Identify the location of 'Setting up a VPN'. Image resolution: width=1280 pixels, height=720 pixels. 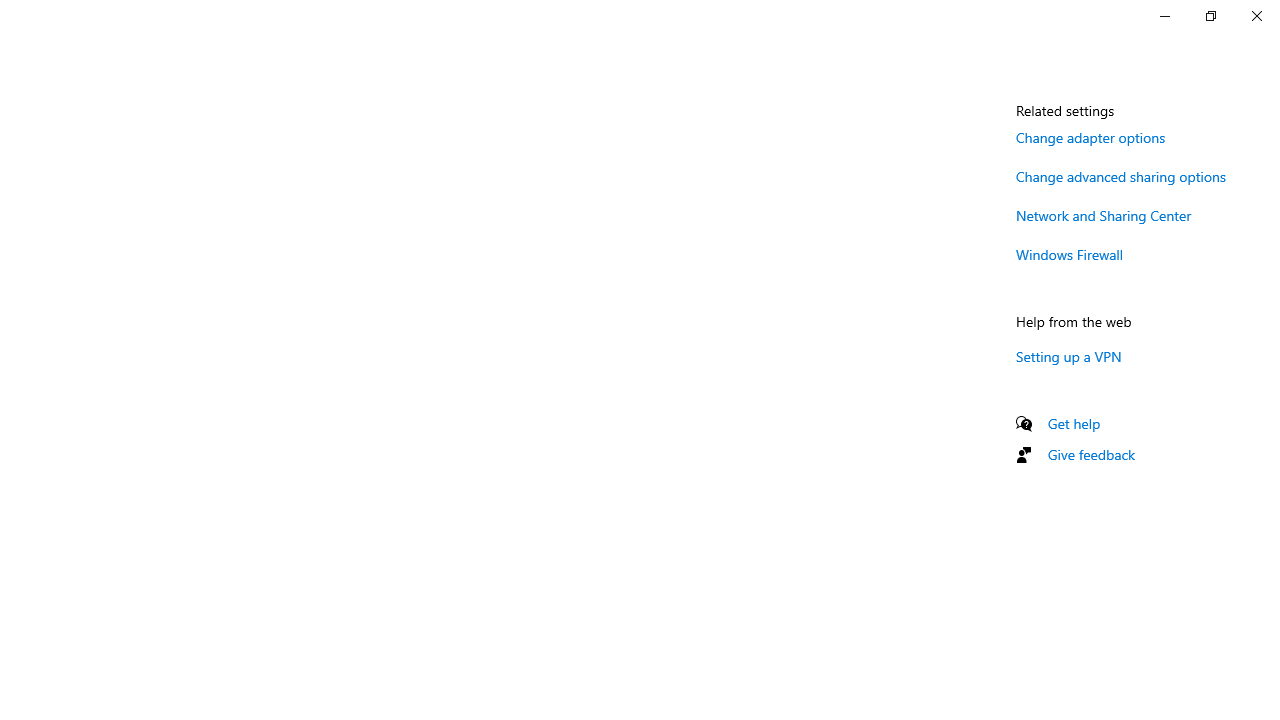
(1068, 355).